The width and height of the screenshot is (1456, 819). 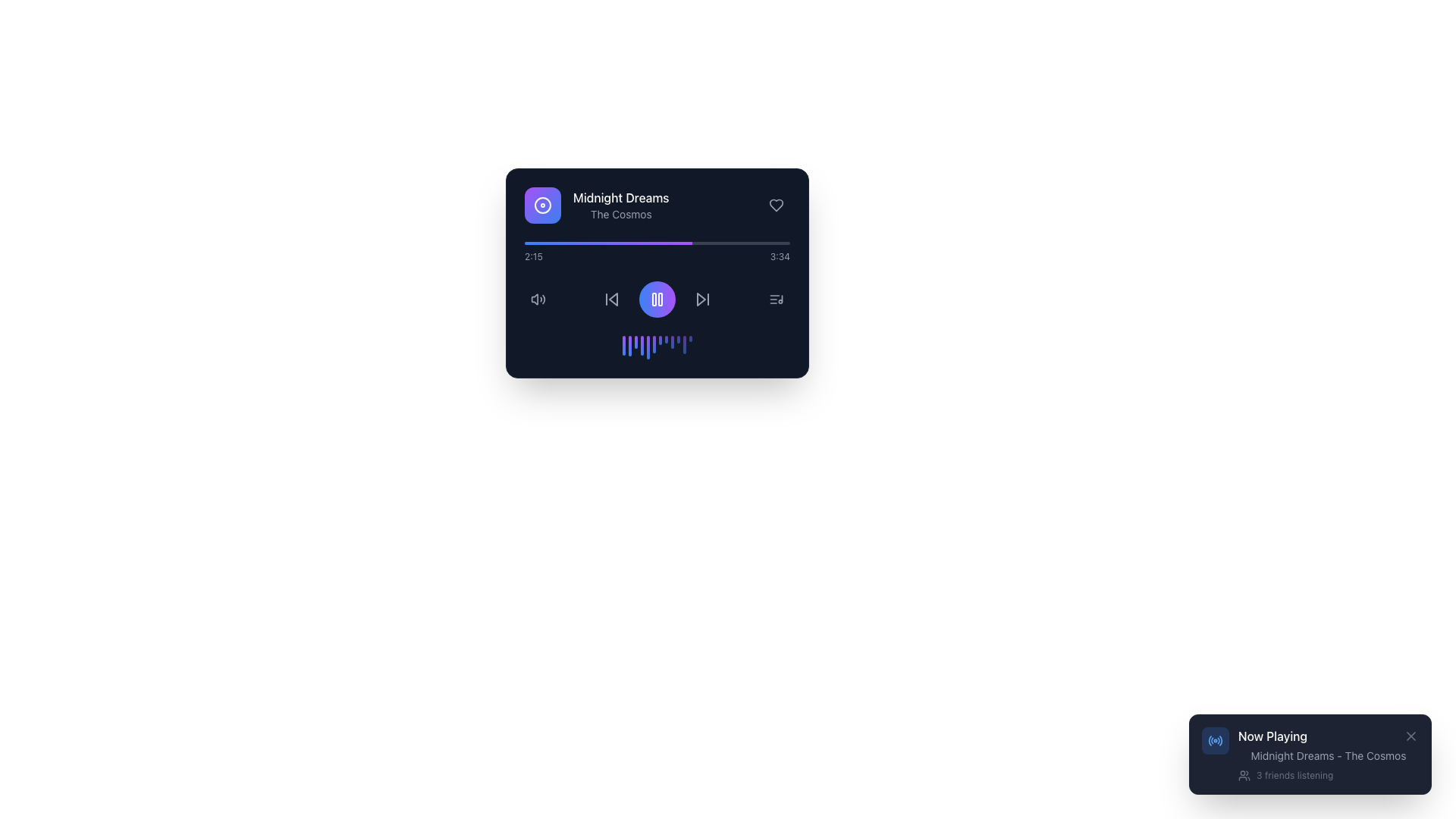 What do you see at coordinates (780, 256) in the screenshot?
I see `the static text label displaying '3:34', which is positioned at the far right of the media player's progress bar` at bounding box center [780, 256].